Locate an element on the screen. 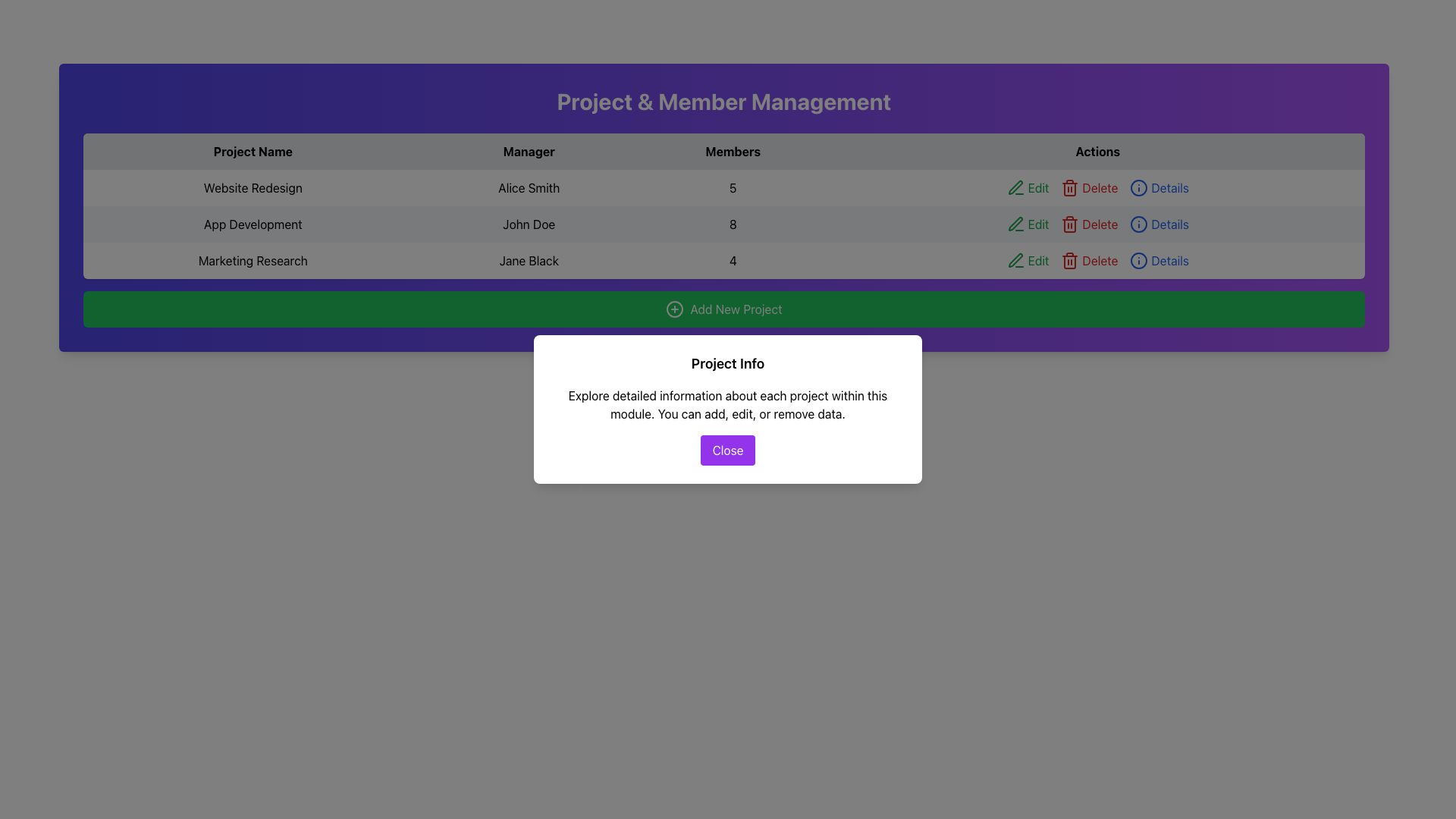 The image size is (1456, 819). the text label displaying 'Jane Black' which is located in the second column of the third row of the table under the header 'Manager' is located at coordinates (529, 259).